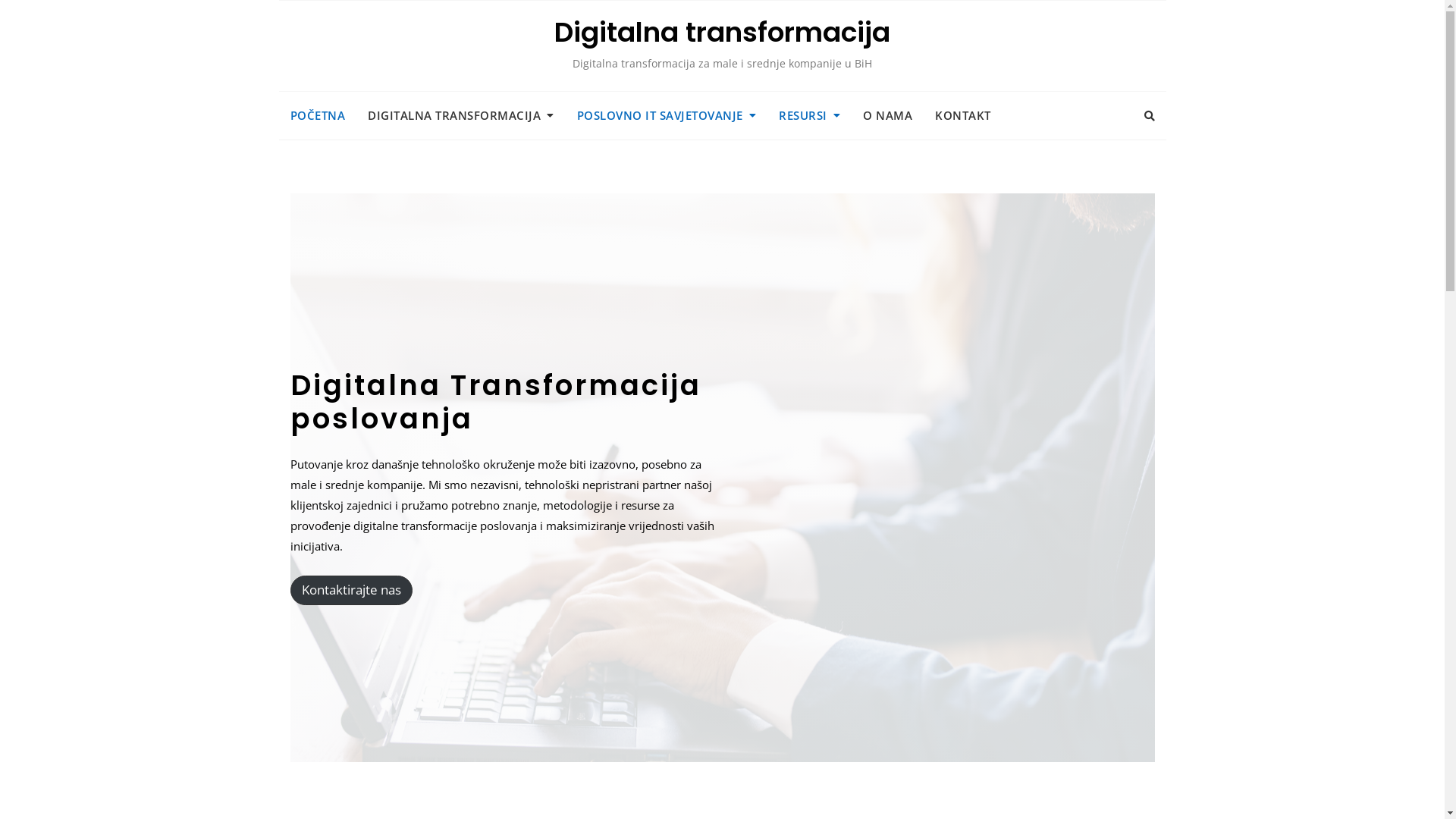 Image resolution: width=1456 pixels, height=819 pixels. What do you see at coordinates (808, 115) in the screenshot?
I see `'RESURSI'` at bounding box center [808, 115].